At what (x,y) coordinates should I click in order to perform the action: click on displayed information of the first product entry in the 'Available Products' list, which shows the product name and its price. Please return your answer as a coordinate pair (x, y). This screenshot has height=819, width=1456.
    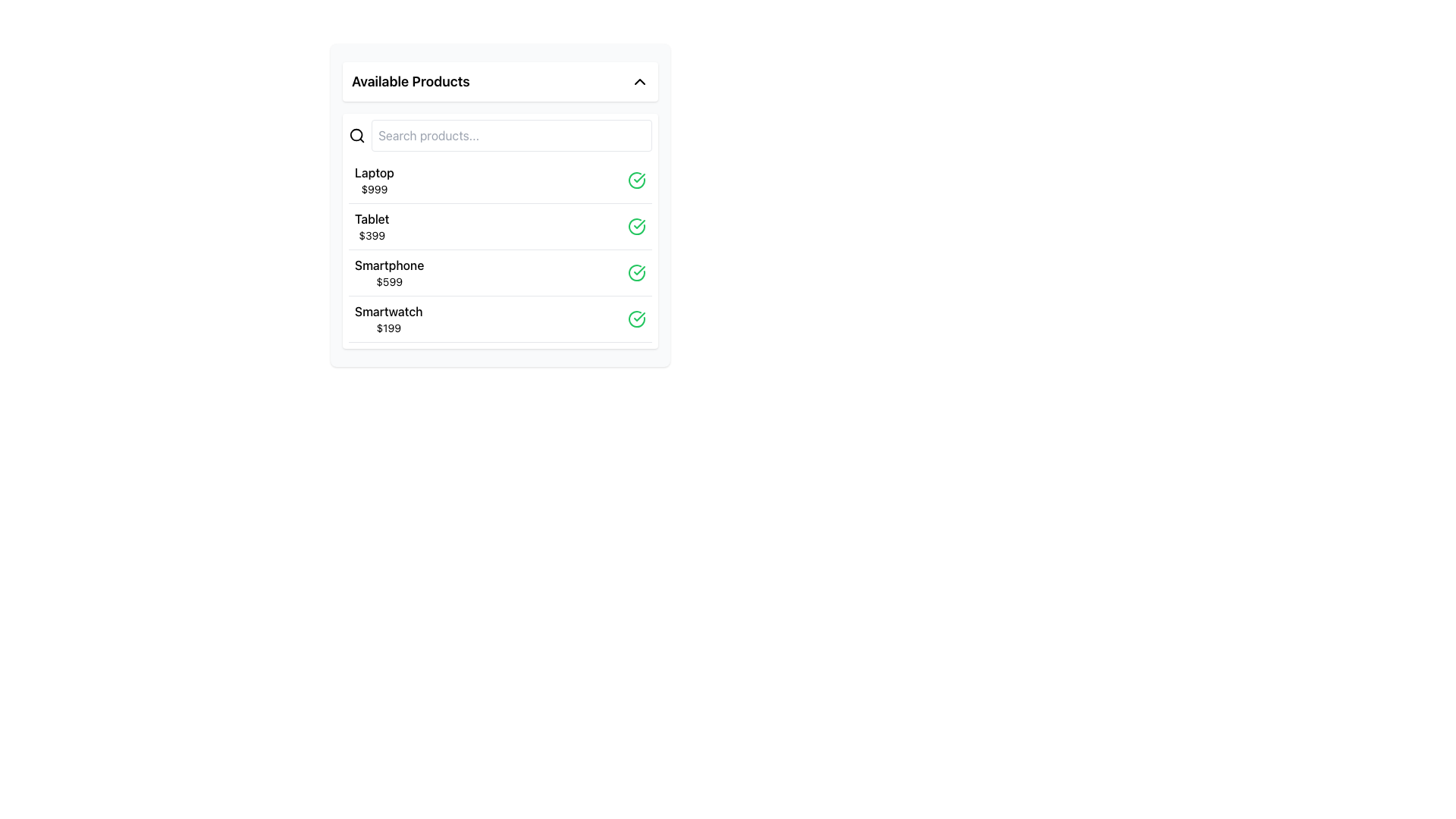
    Looking at the image, I should click on (375, 180).